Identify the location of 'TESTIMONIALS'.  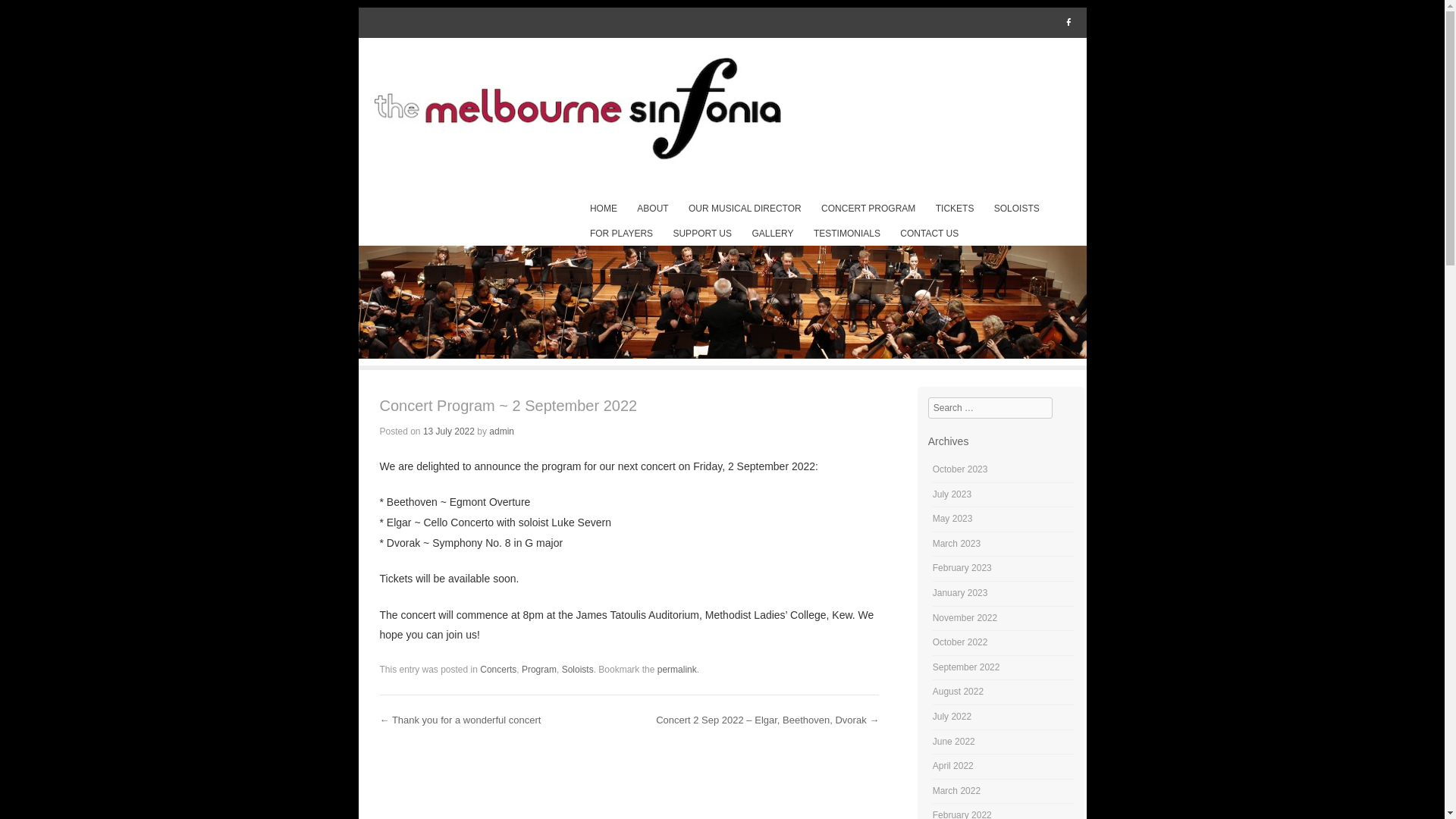
(846, 234).